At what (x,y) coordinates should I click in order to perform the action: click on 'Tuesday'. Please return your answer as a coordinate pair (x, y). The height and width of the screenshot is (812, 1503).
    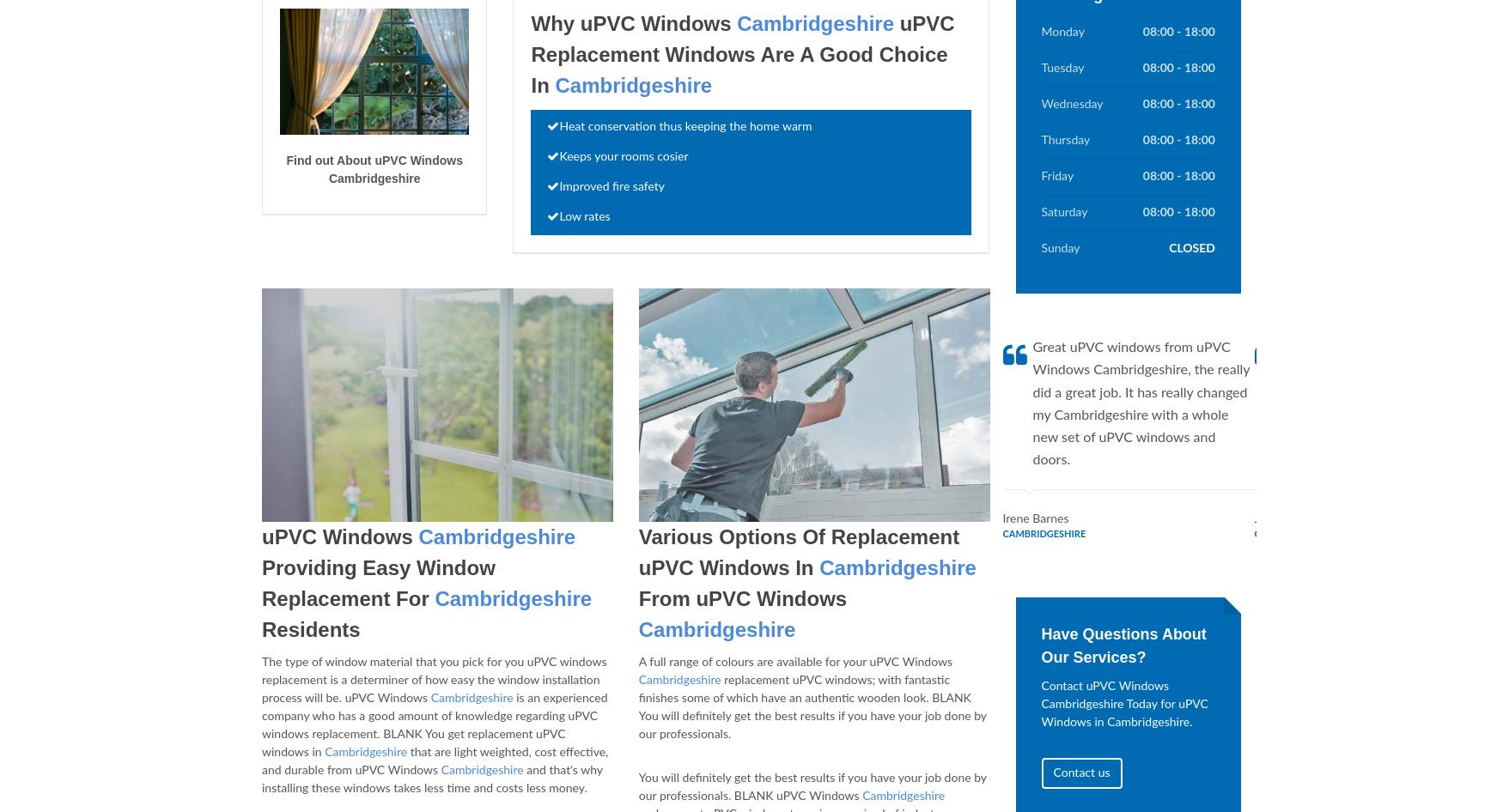
    Looking at the image, I should click on (1041, 68).